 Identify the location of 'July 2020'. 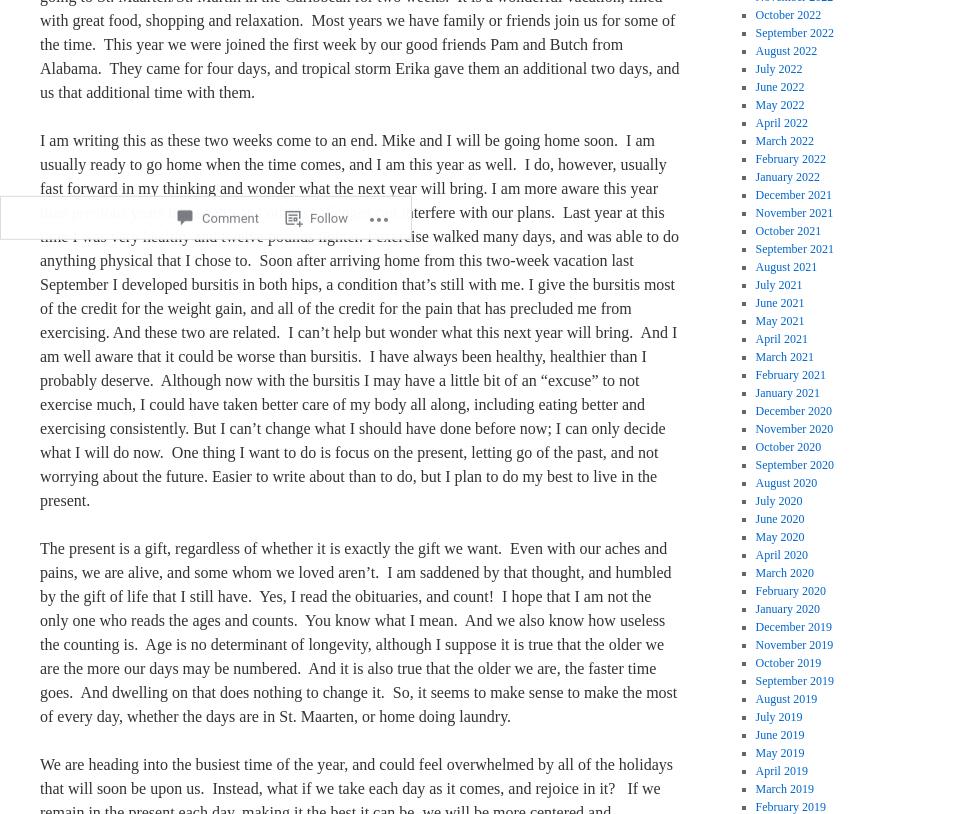
(754, 500).